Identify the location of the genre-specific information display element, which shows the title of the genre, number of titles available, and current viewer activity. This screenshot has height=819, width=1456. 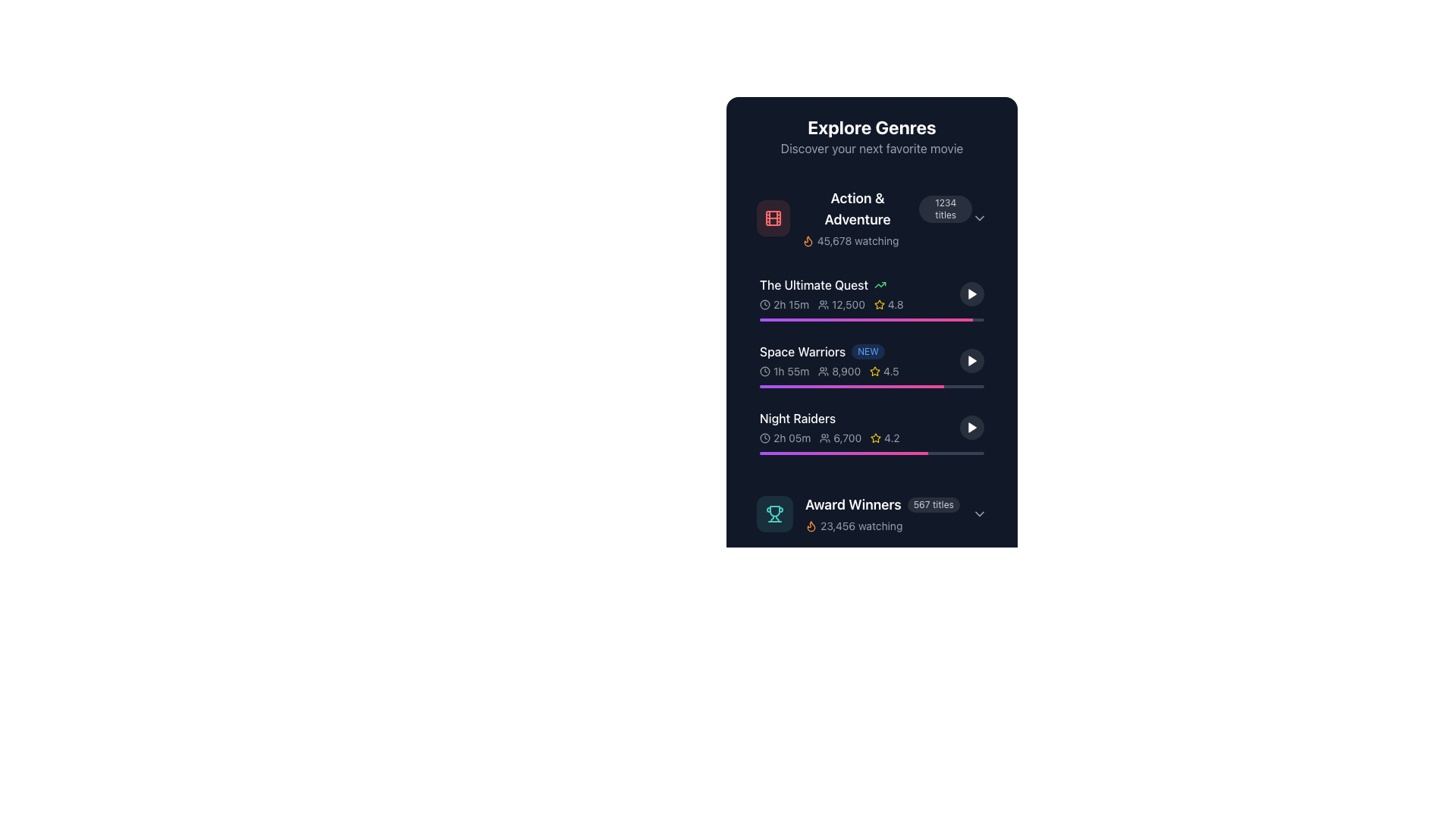
(882, 513).